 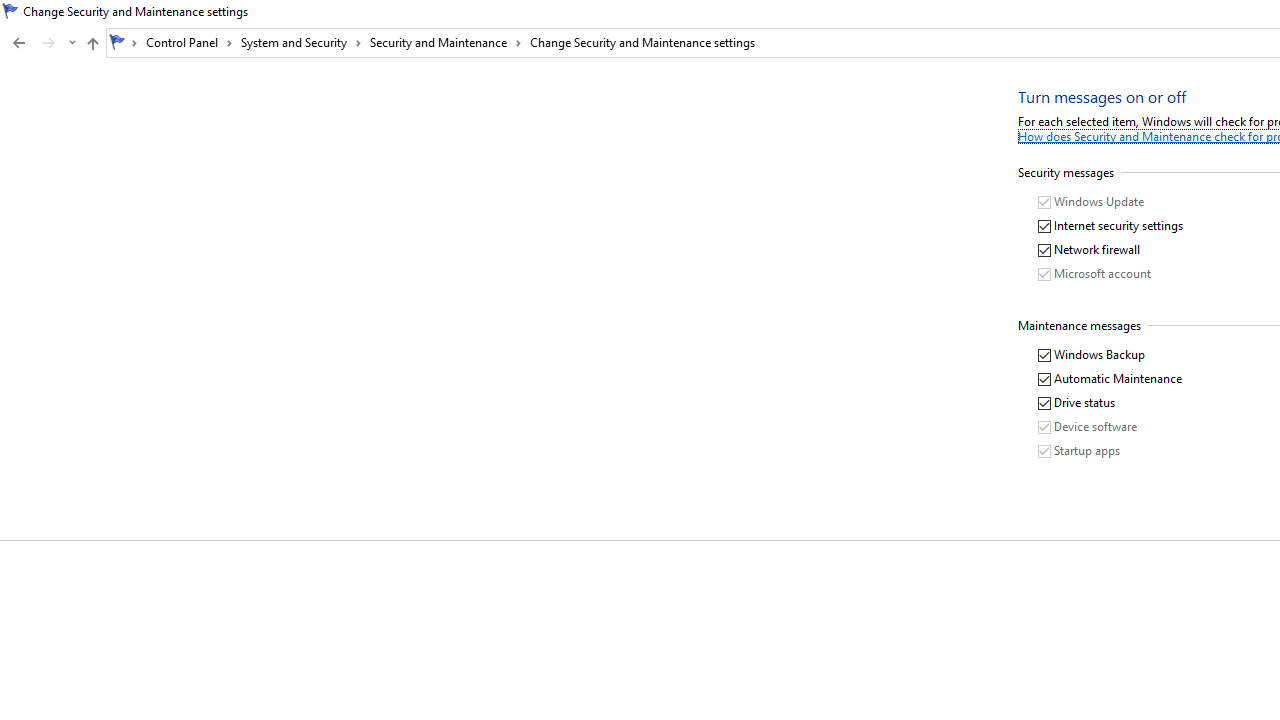 I want to click on 'All locations', so click(x=123, y=42).